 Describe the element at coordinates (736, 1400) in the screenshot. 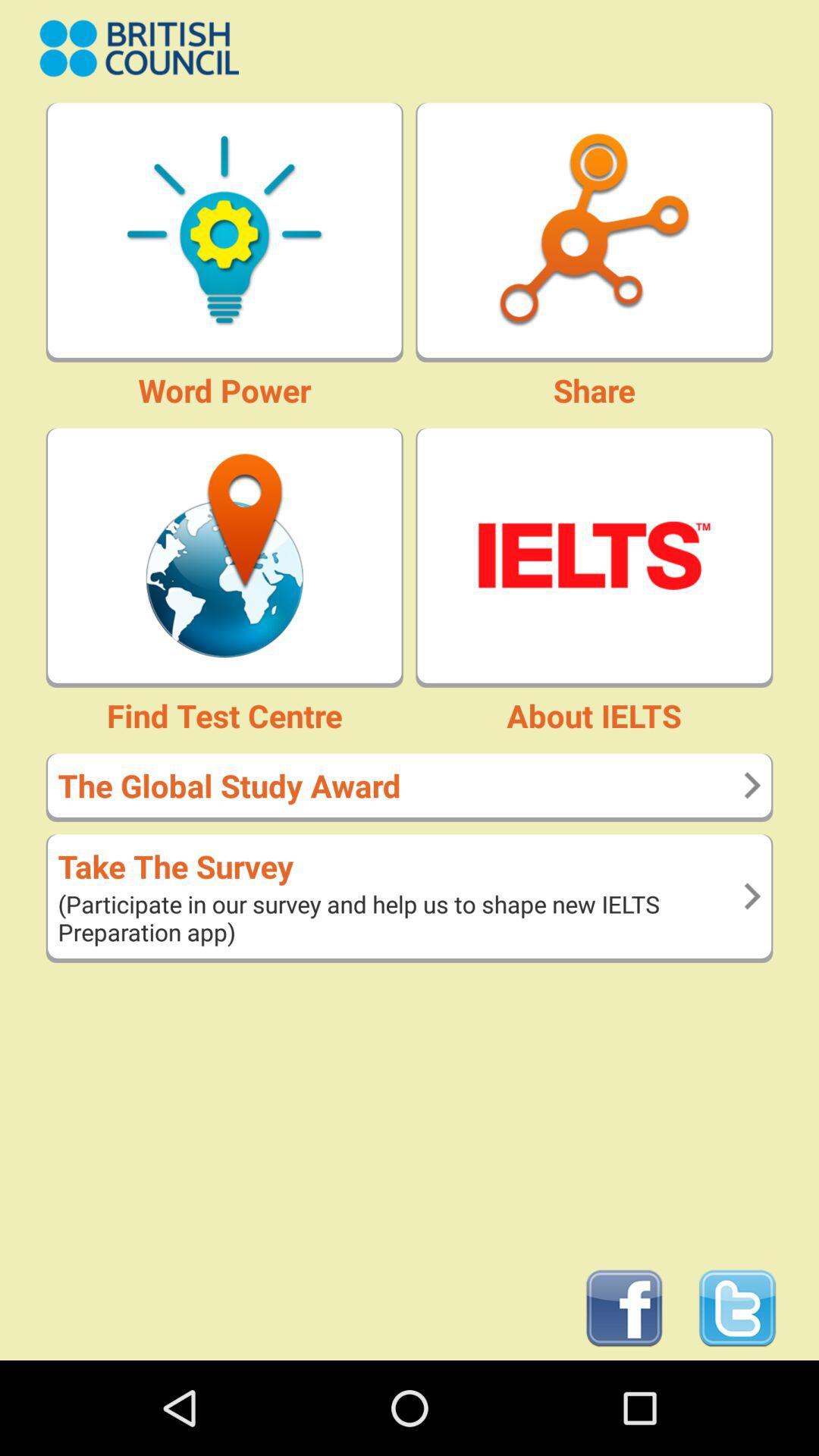

I see `the twitter icon` at that location.